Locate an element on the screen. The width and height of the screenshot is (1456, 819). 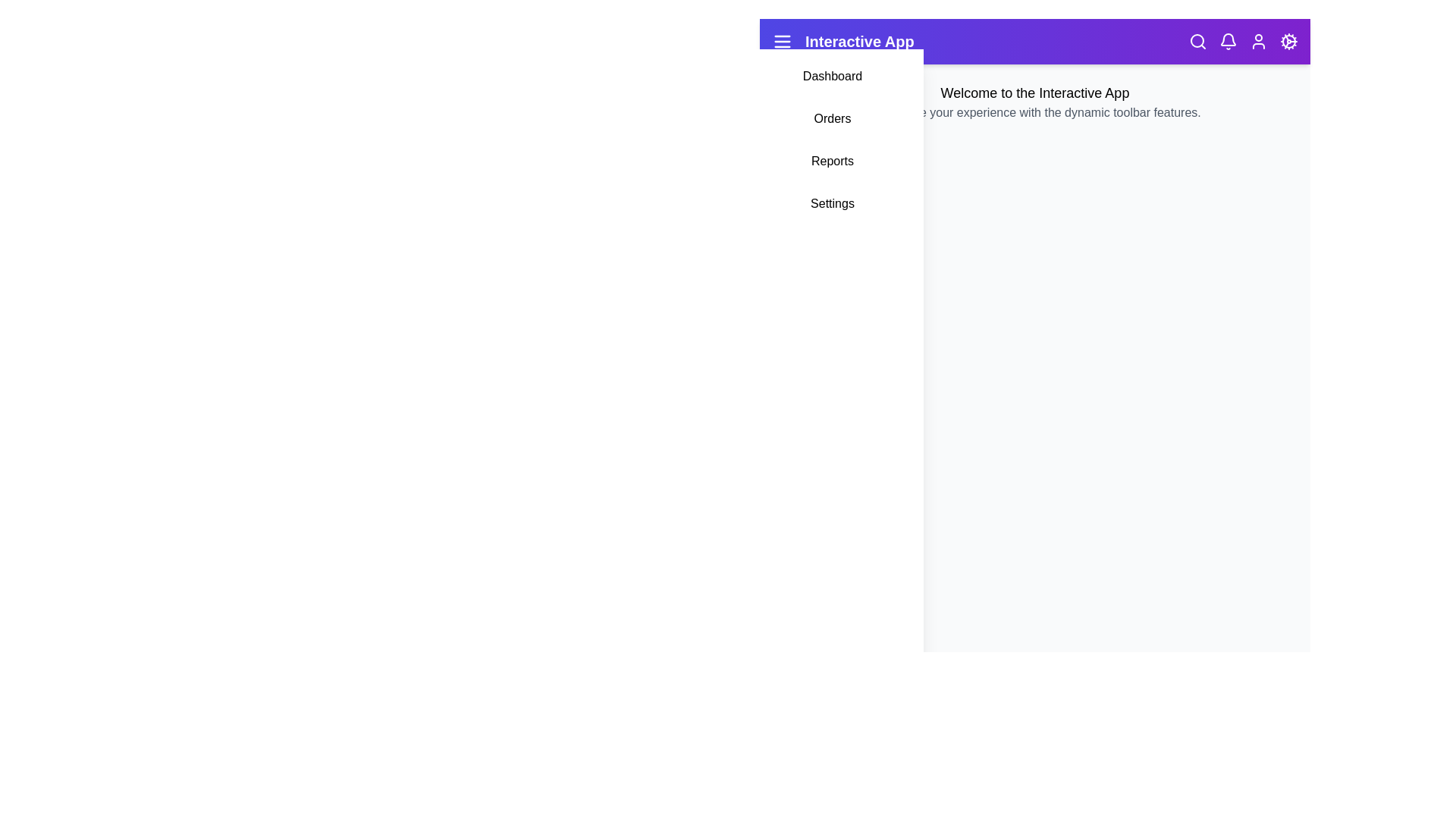
the user profile icon is located at coordinates (1259, 40).